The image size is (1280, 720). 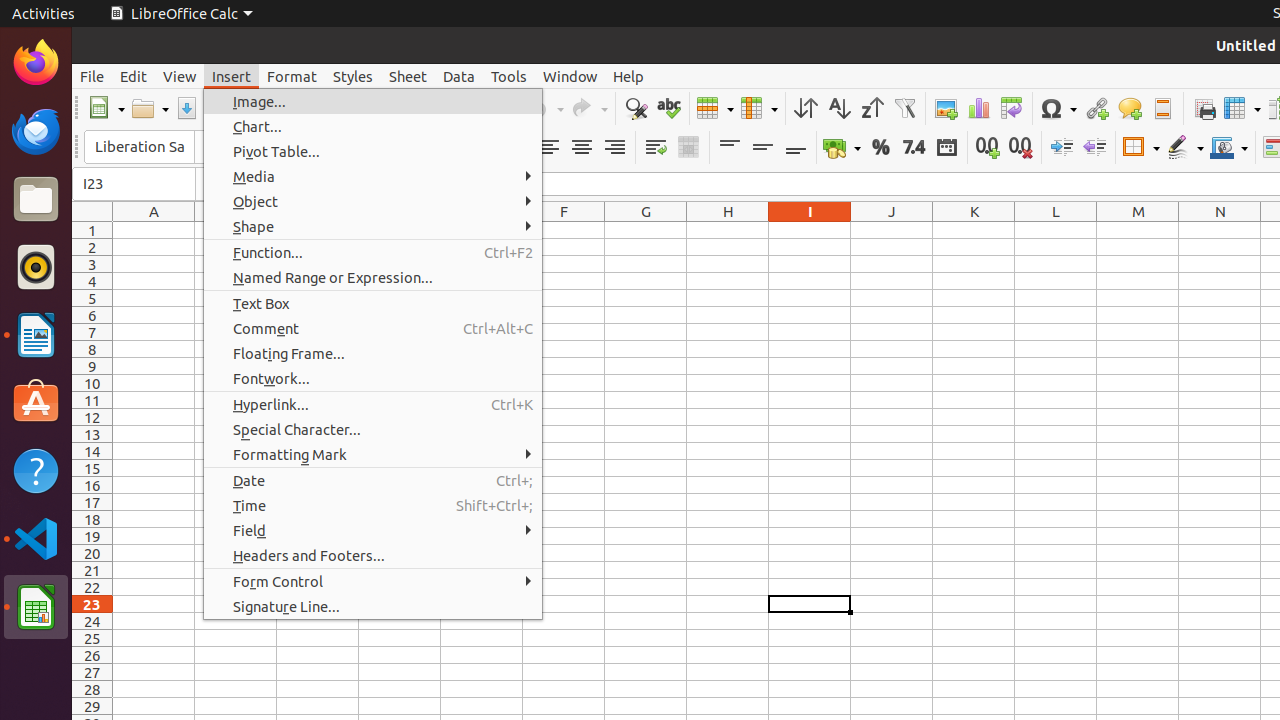 What do you see at coordinates (372, 378) in the screenshot?
I see `'Fontwork...'` at bounding box center [372, 378].